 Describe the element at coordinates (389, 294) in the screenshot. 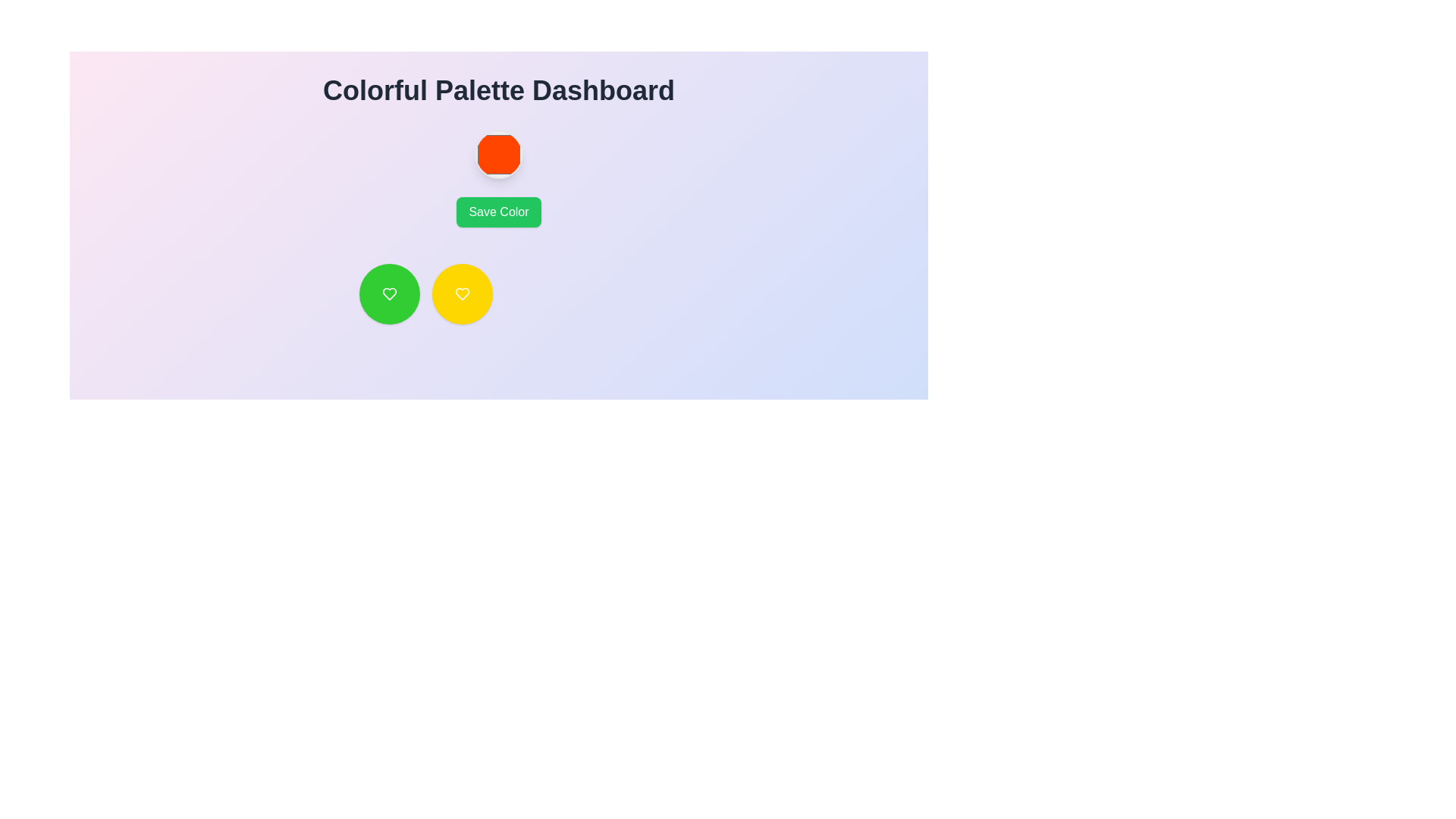

I see `the circular button with a bright green background and a white heart icon` at that location.